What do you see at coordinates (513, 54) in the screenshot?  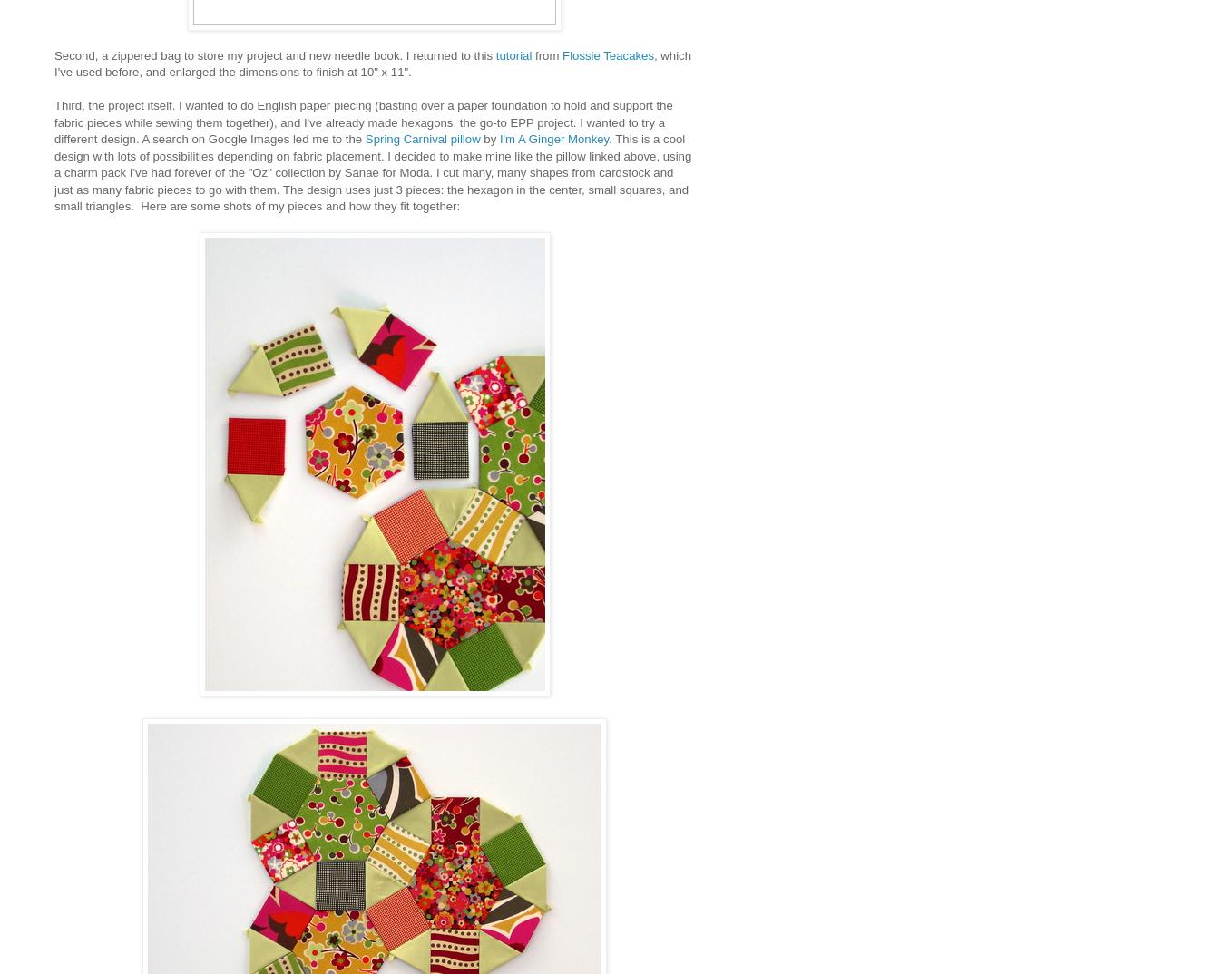 I see `'tutorial'` at bounding box center [513, 54].